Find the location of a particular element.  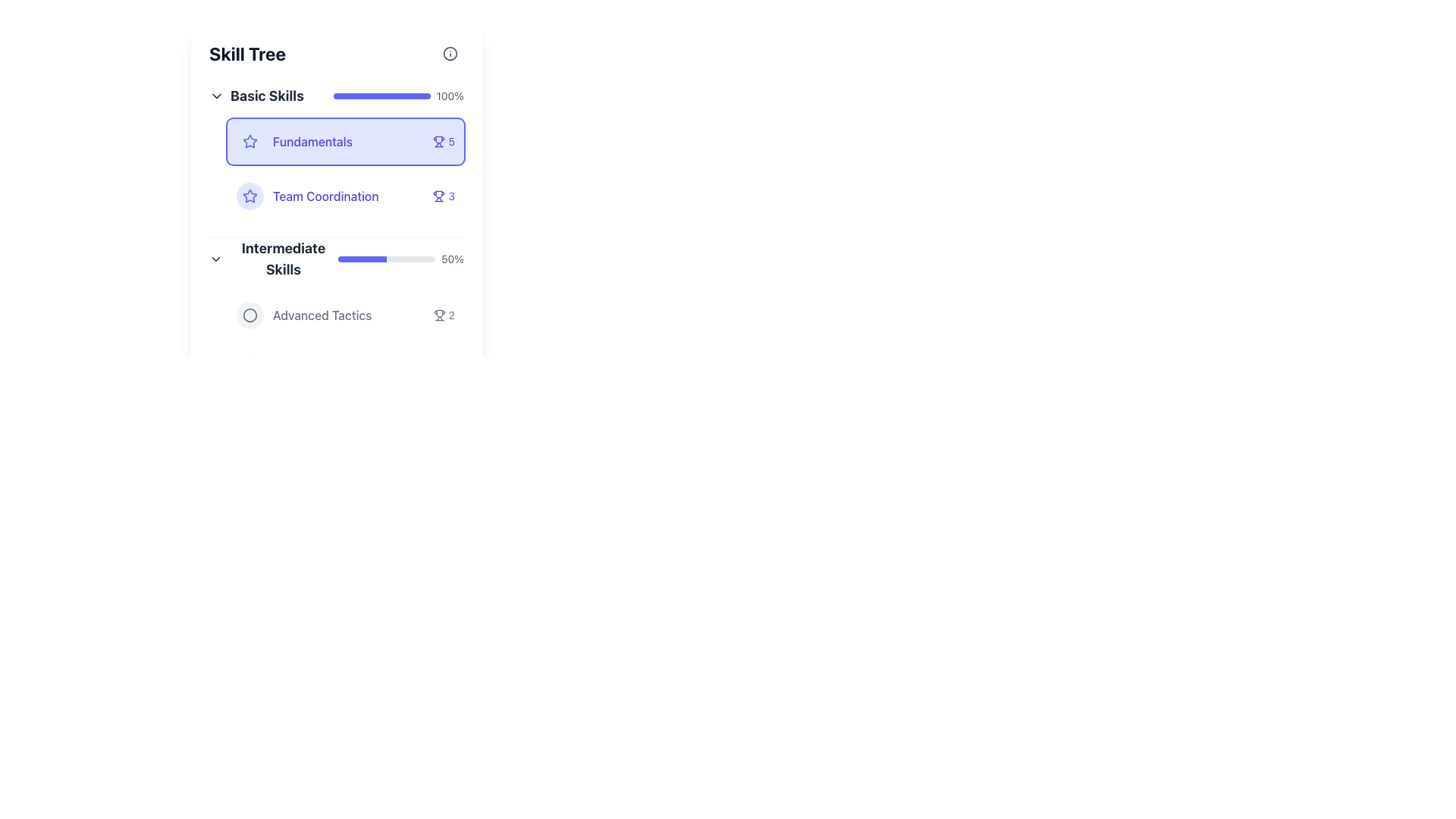

the status of the achievement icon representing the 'Team Coordination' skill, located to the right of the skill name and to the left of the numeric value '3' is located at coordinates (438, 195).